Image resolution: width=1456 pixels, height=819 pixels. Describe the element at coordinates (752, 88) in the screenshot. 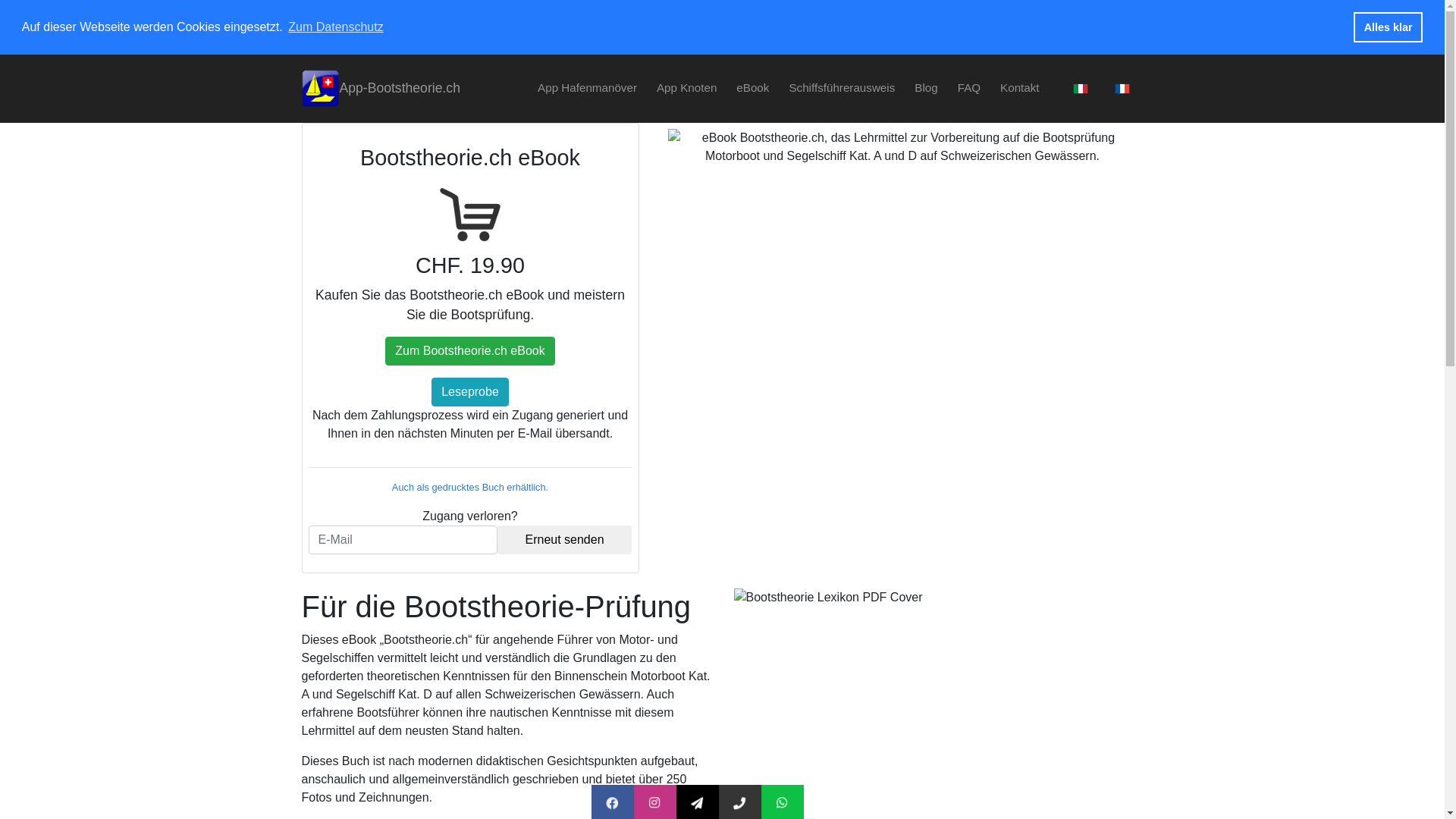

I see `'eBook'` at that location.